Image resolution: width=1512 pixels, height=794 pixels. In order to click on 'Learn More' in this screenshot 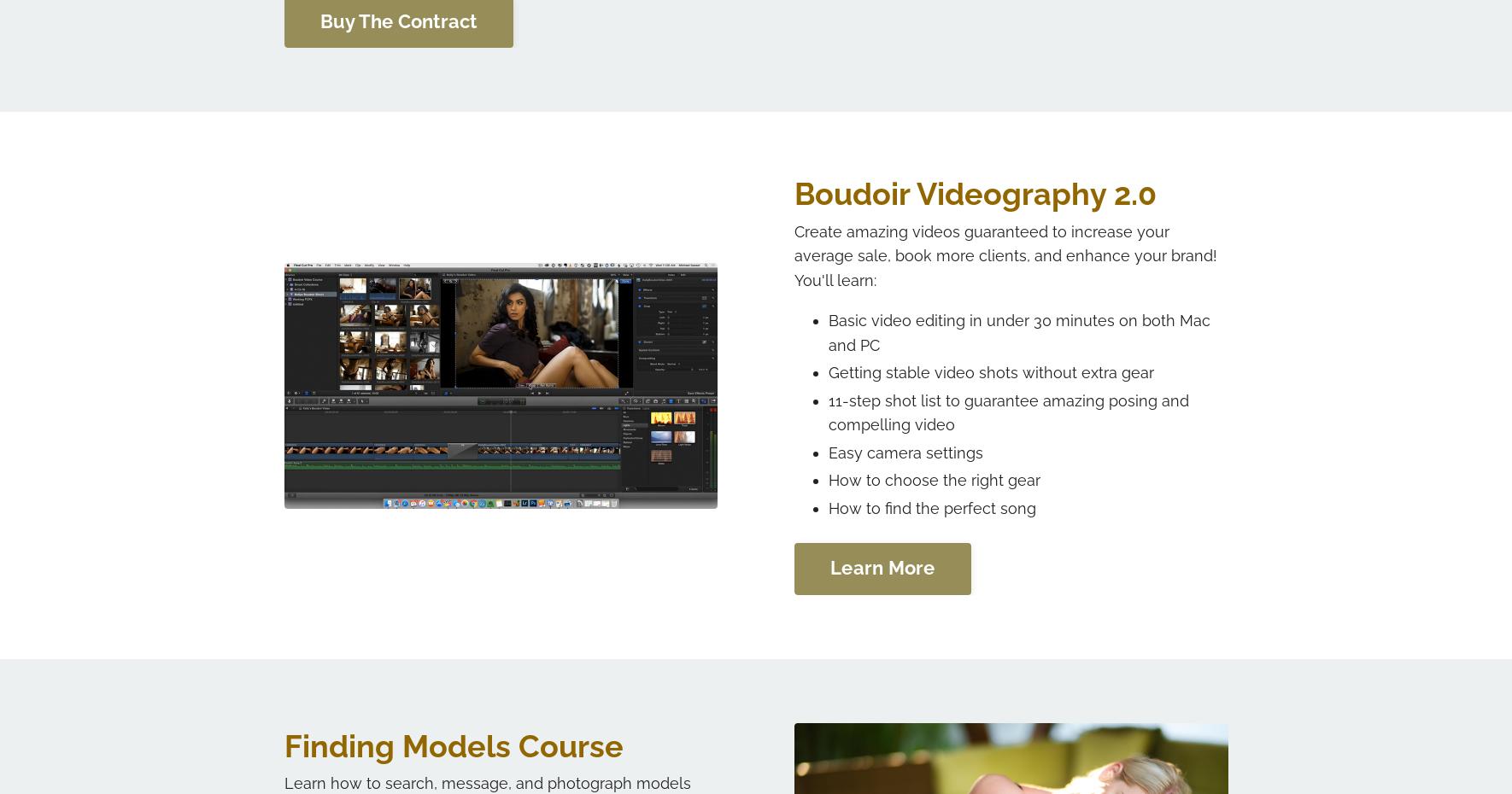, I will do `click(881, 567)`.